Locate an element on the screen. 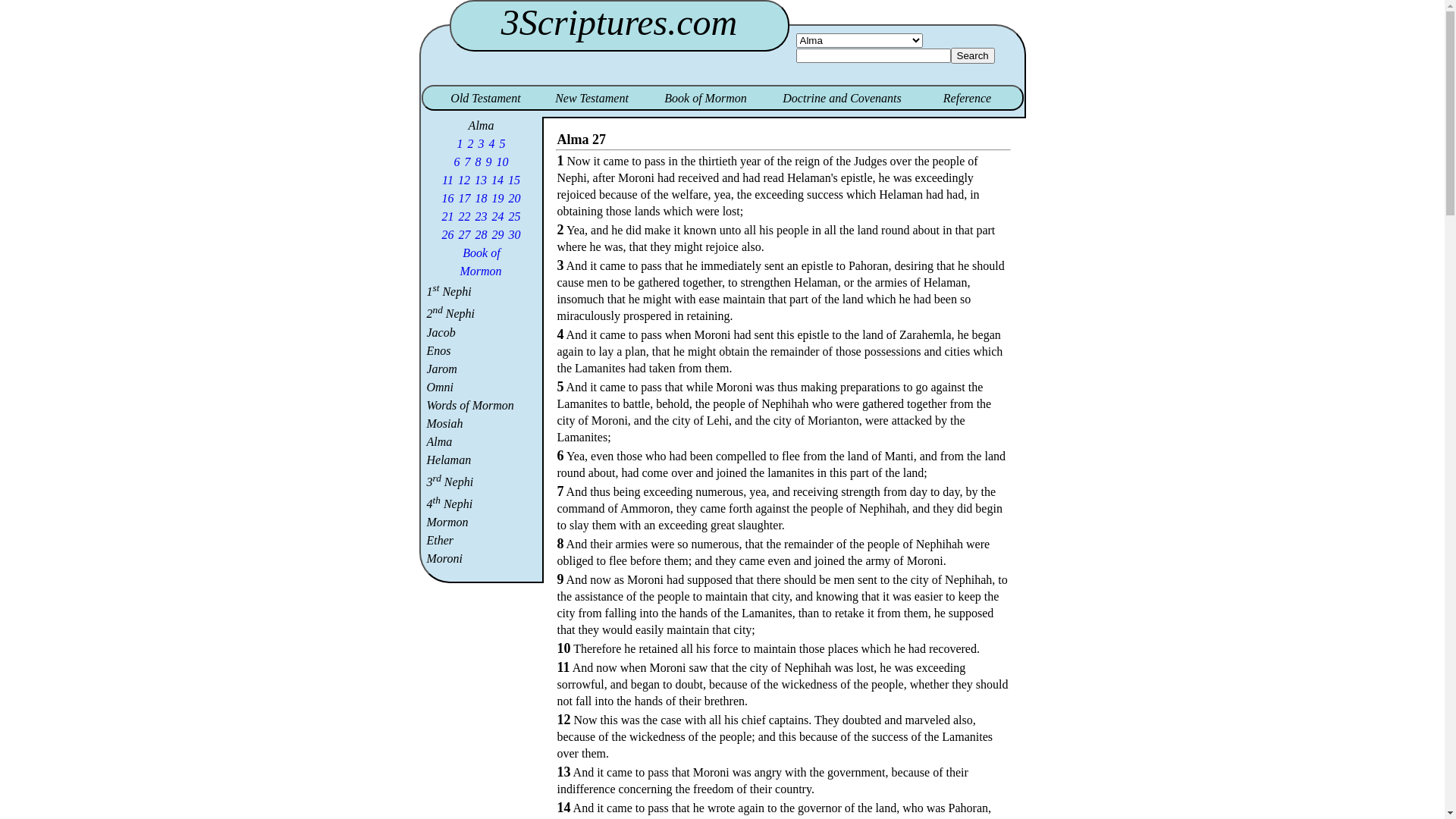  '6' is located at coordinates (457, 162).